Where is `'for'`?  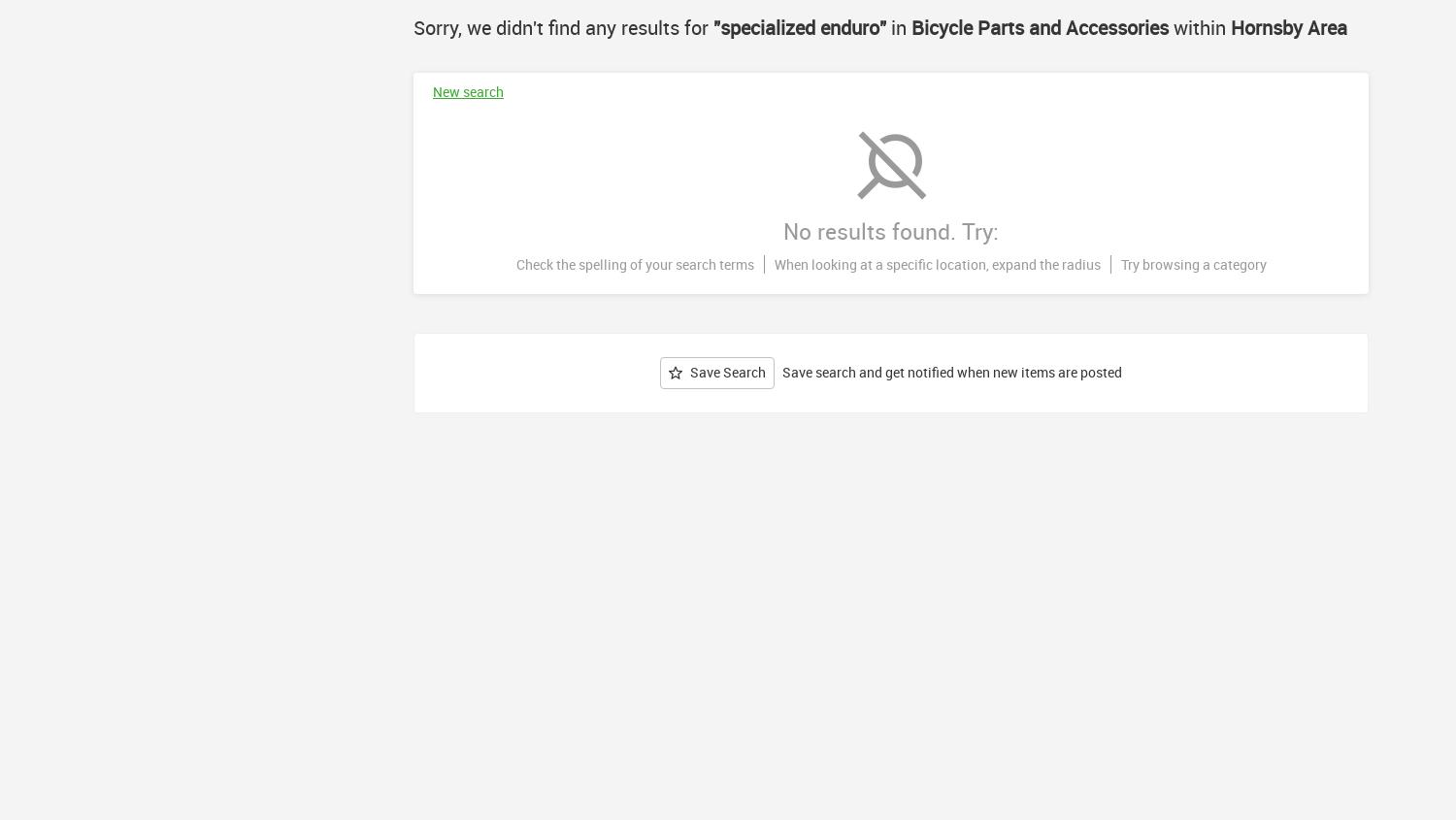
'for' is located at coordinates (695, 26).